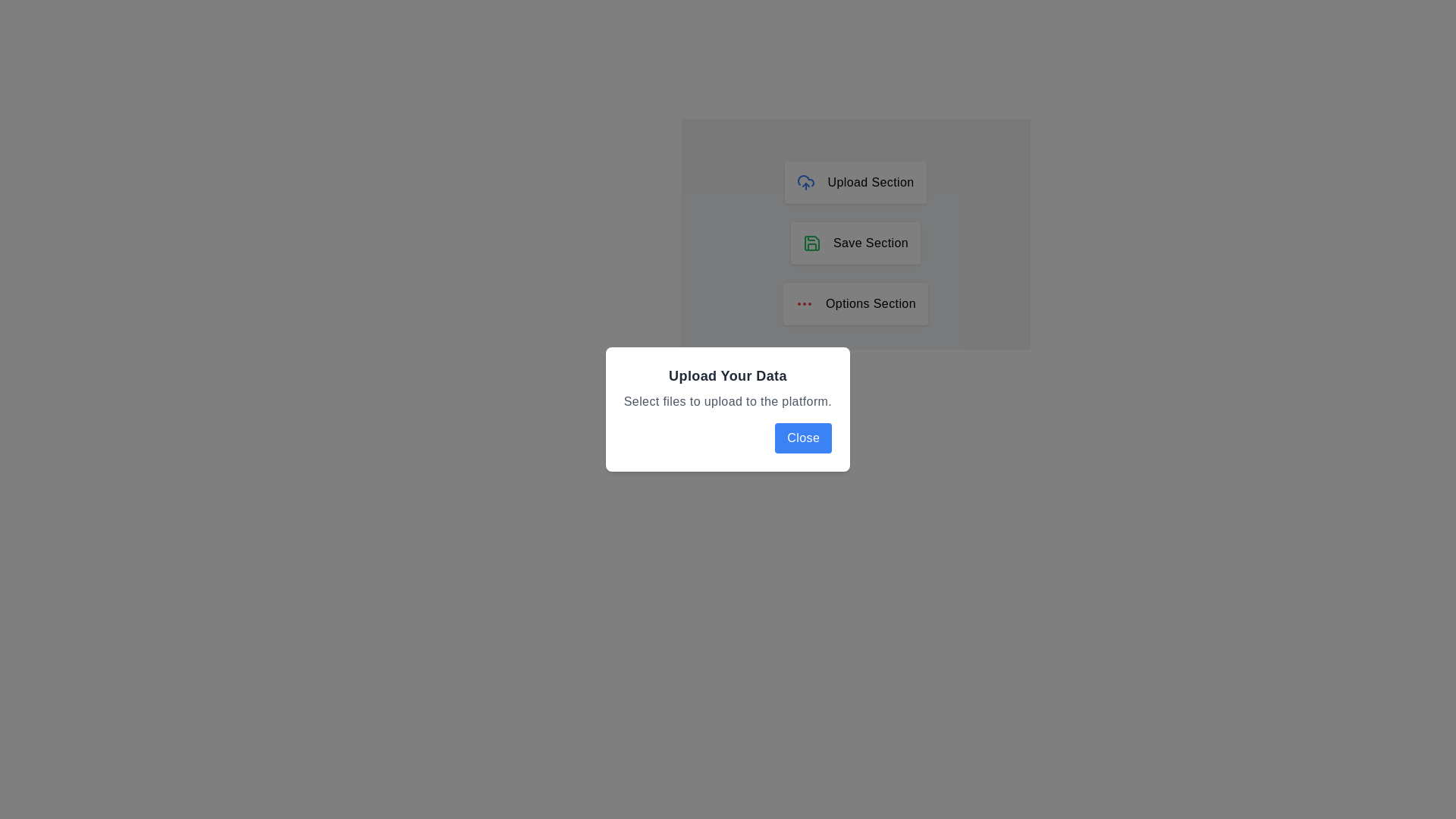  I want to click on save icon located within the 'Save Section', which visually represents the saving action, so click(811, 242).